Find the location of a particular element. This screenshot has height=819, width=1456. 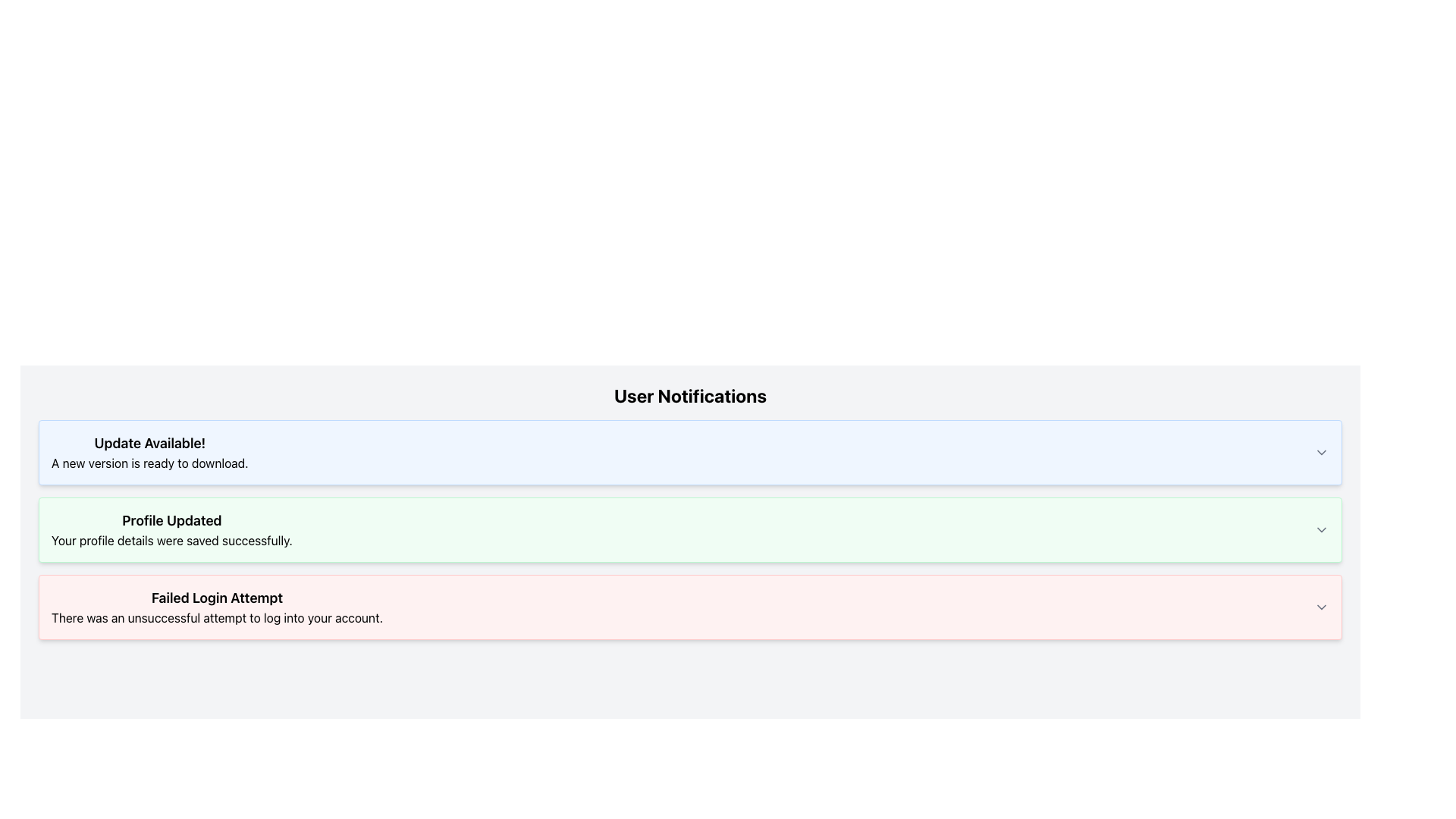

the small downward-pointing chevron icon located at the far right of the 'Failed Login Attempt' notification box is located at coordinates (1320, 607).